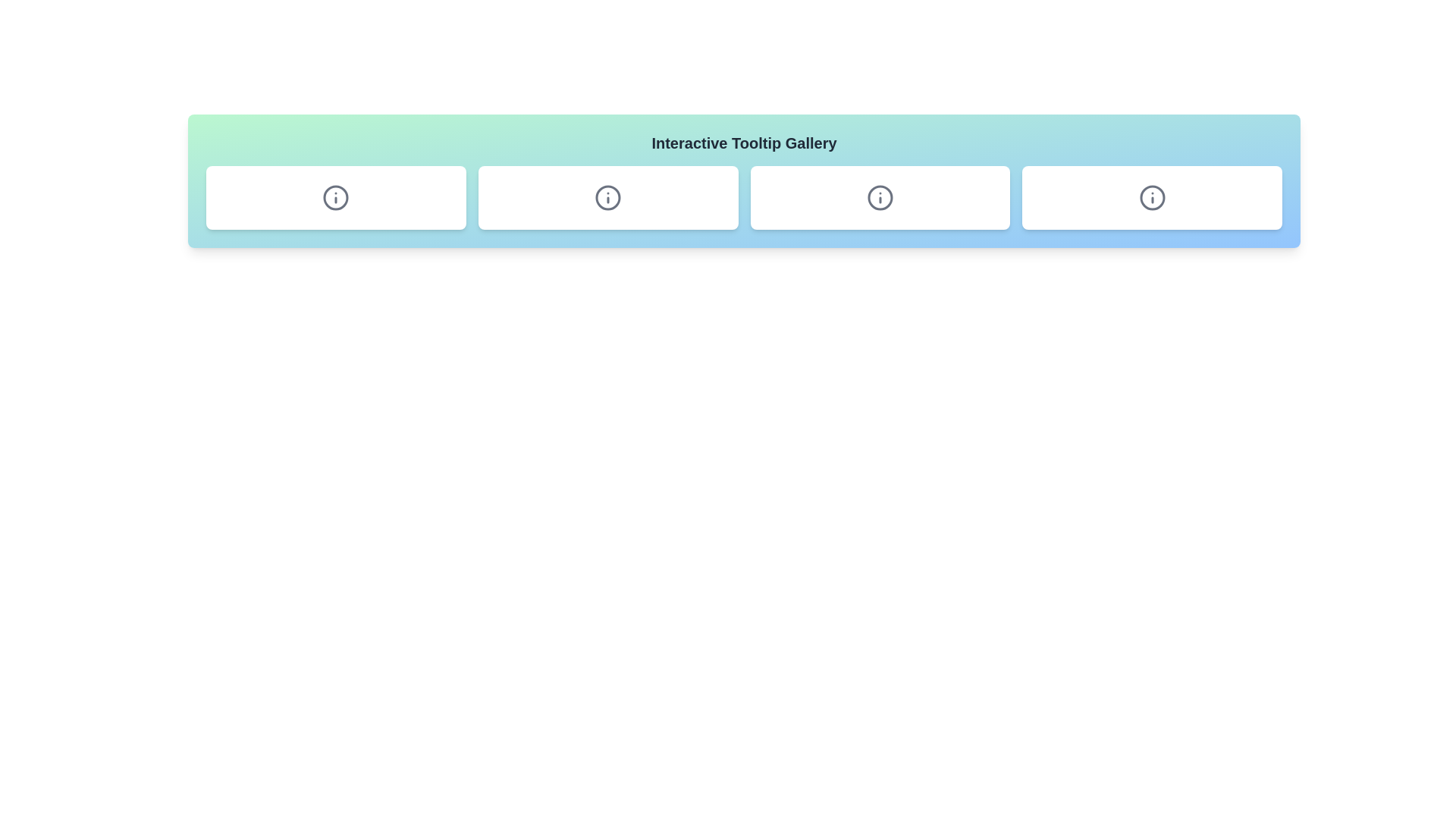 This screenshot has width=1456, height=819. Describe the element at coordinates (608, 197) in the screenshot. I see `the 'info' icon, which is the second icon in a row of four, featuring a circular border and an 'i' symbol inside. The icon changes color from gray to blue on hover` at that location.